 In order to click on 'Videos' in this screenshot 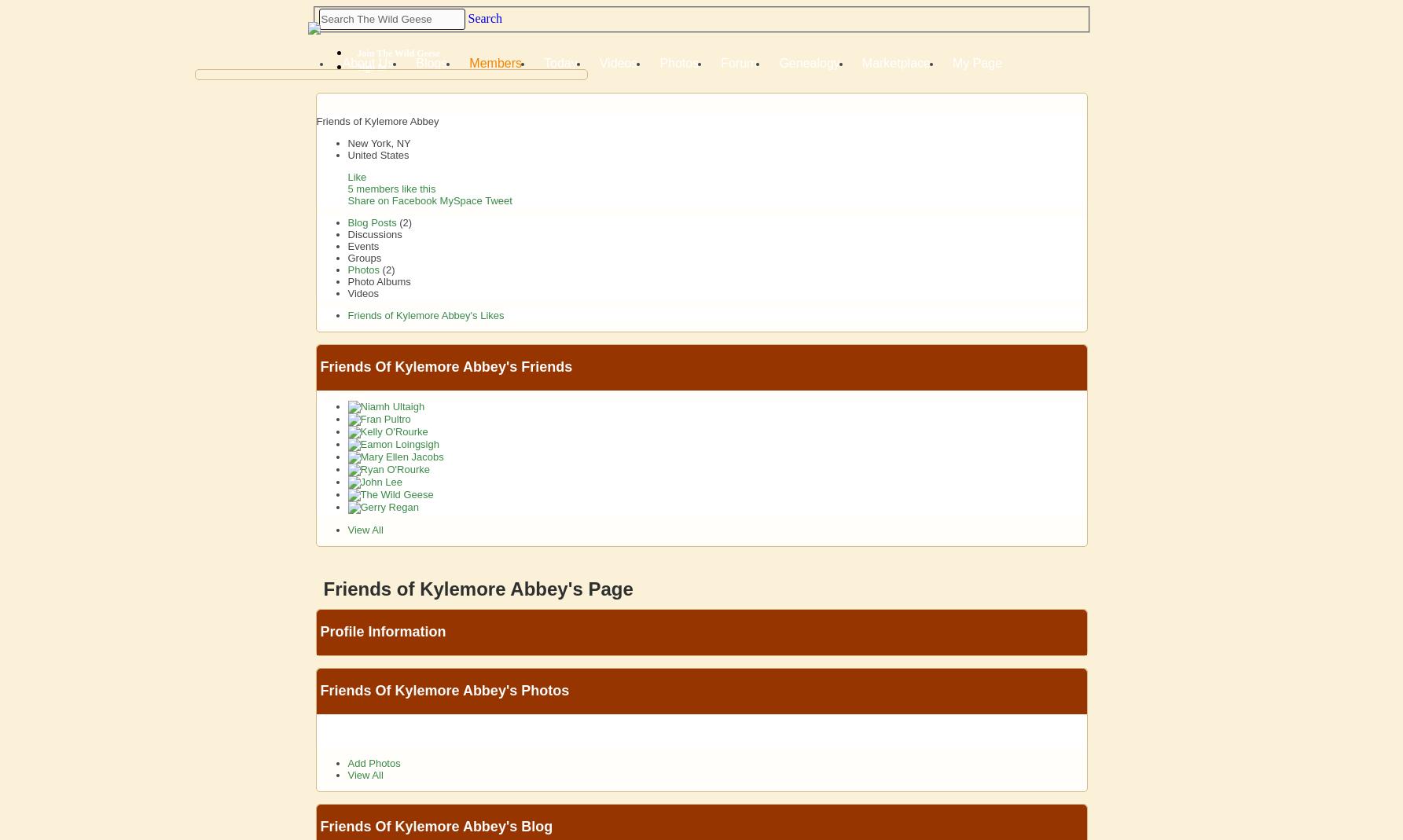, I will do `click(362, 293)`.